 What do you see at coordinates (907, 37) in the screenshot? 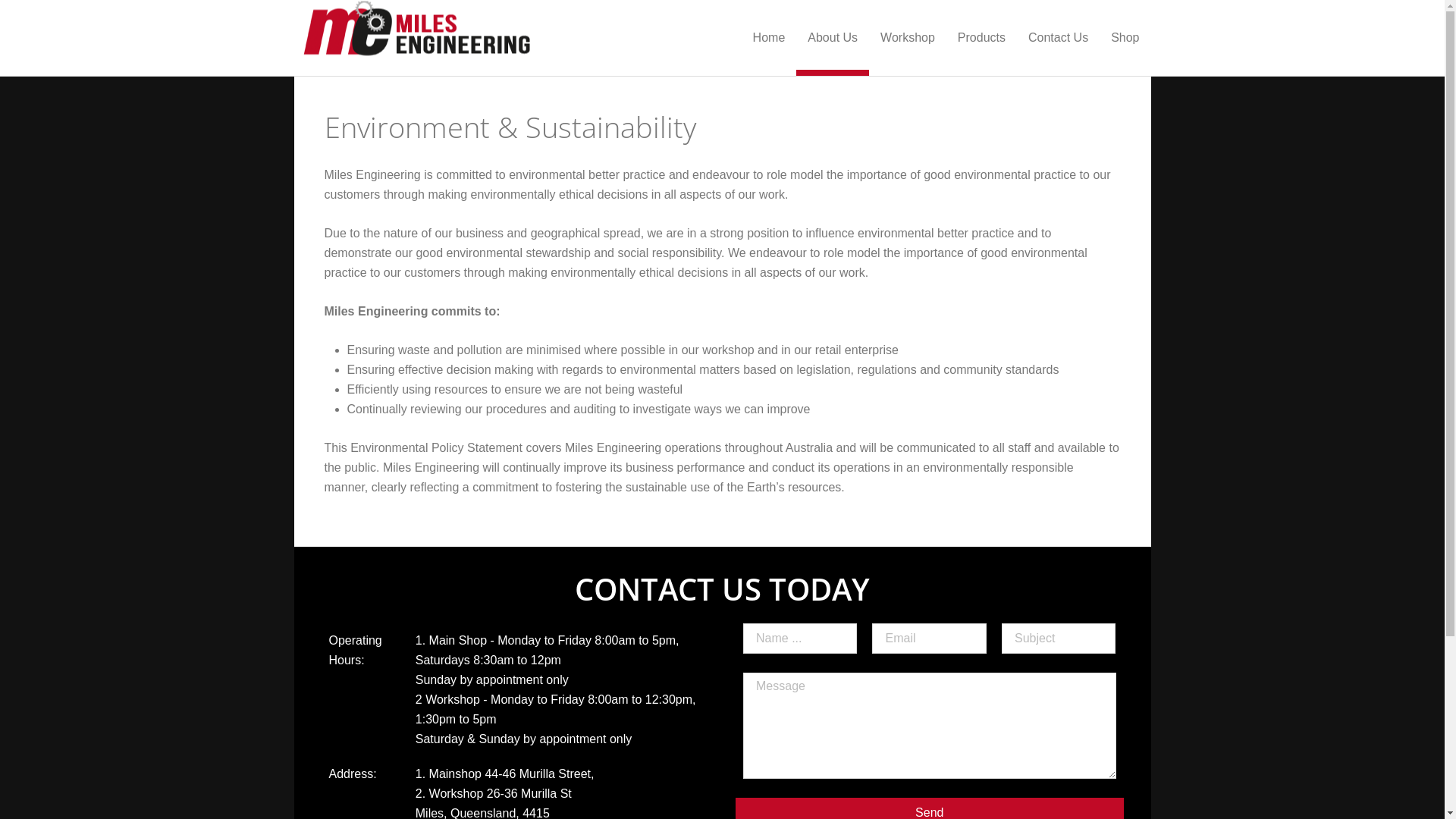
I see `'Workshop'` at bounding box center [907, 37].